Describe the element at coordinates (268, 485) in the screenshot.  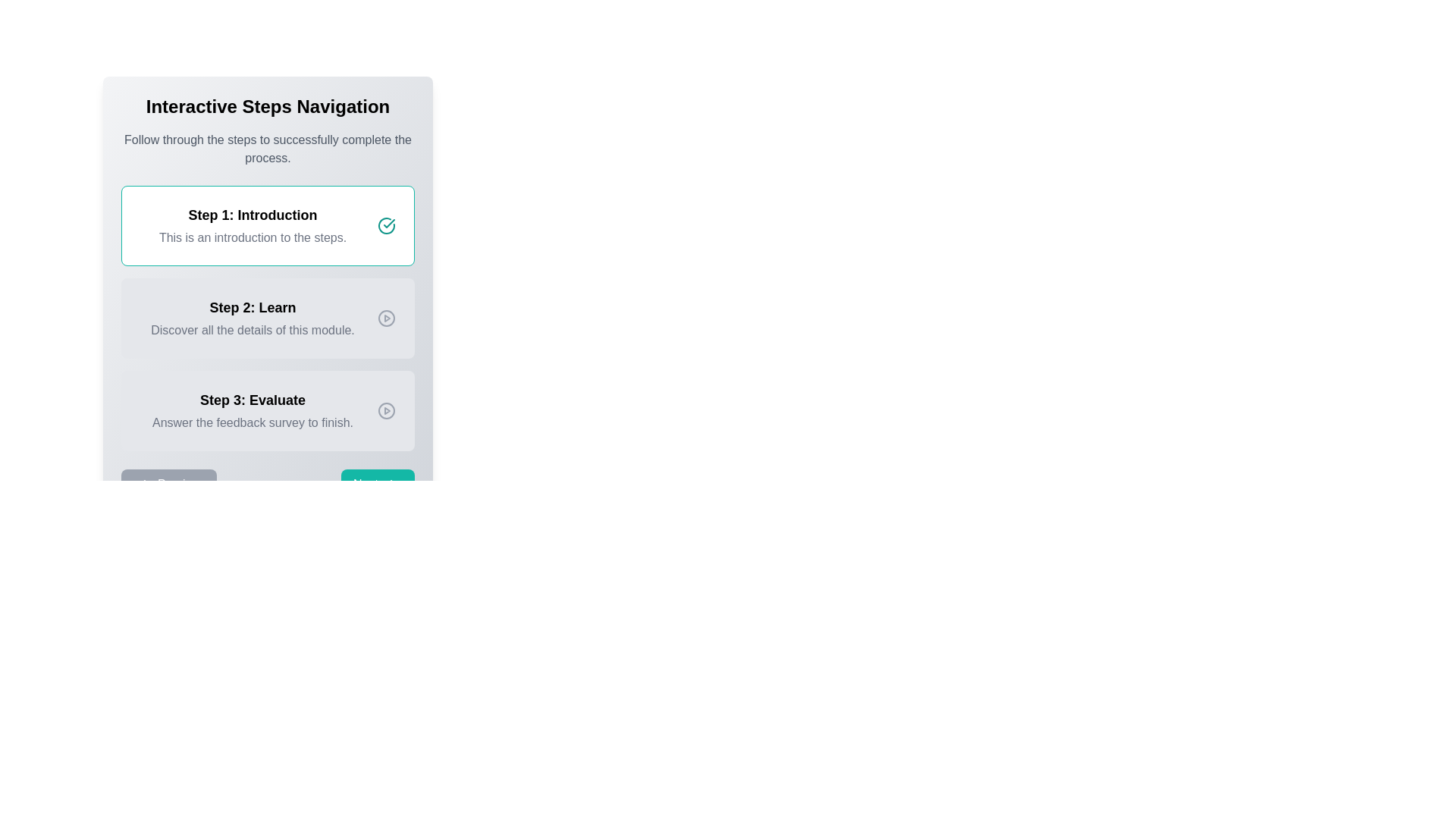
I see `the 'Next' button in the button group component to advance to the following step in the sequence` at that location.